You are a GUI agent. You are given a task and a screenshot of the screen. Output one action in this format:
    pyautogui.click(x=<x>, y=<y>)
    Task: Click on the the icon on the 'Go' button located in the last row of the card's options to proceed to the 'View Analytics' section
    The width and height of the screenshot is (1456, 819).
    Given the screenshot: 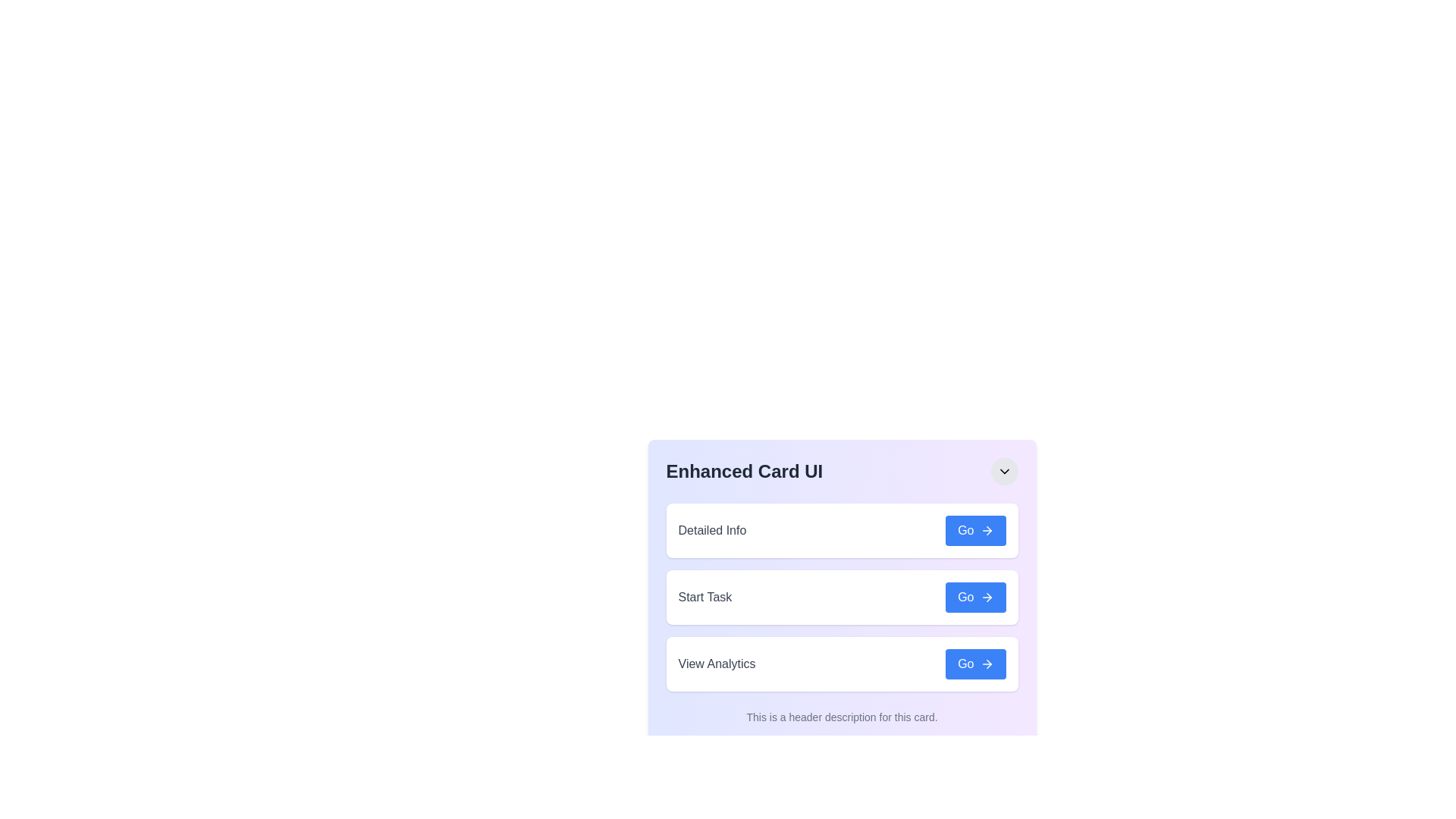 What is the action you would take?
    pyautogui.click(x=987, y=663)
    